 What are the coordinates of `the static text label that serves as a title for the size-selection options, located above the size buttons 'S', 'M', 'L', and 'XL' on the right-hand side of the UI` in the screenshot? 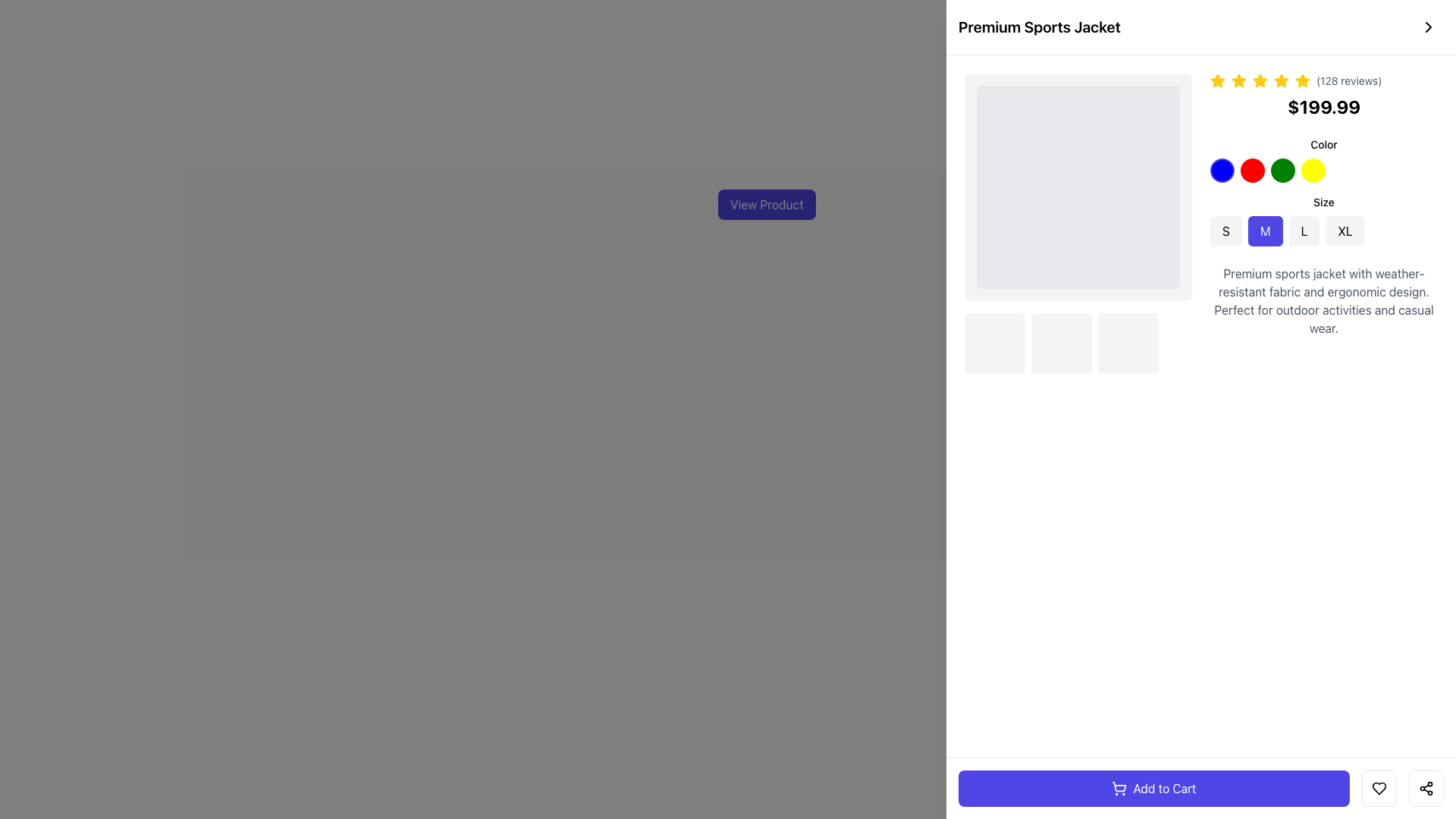 It's located at (1323, 201).